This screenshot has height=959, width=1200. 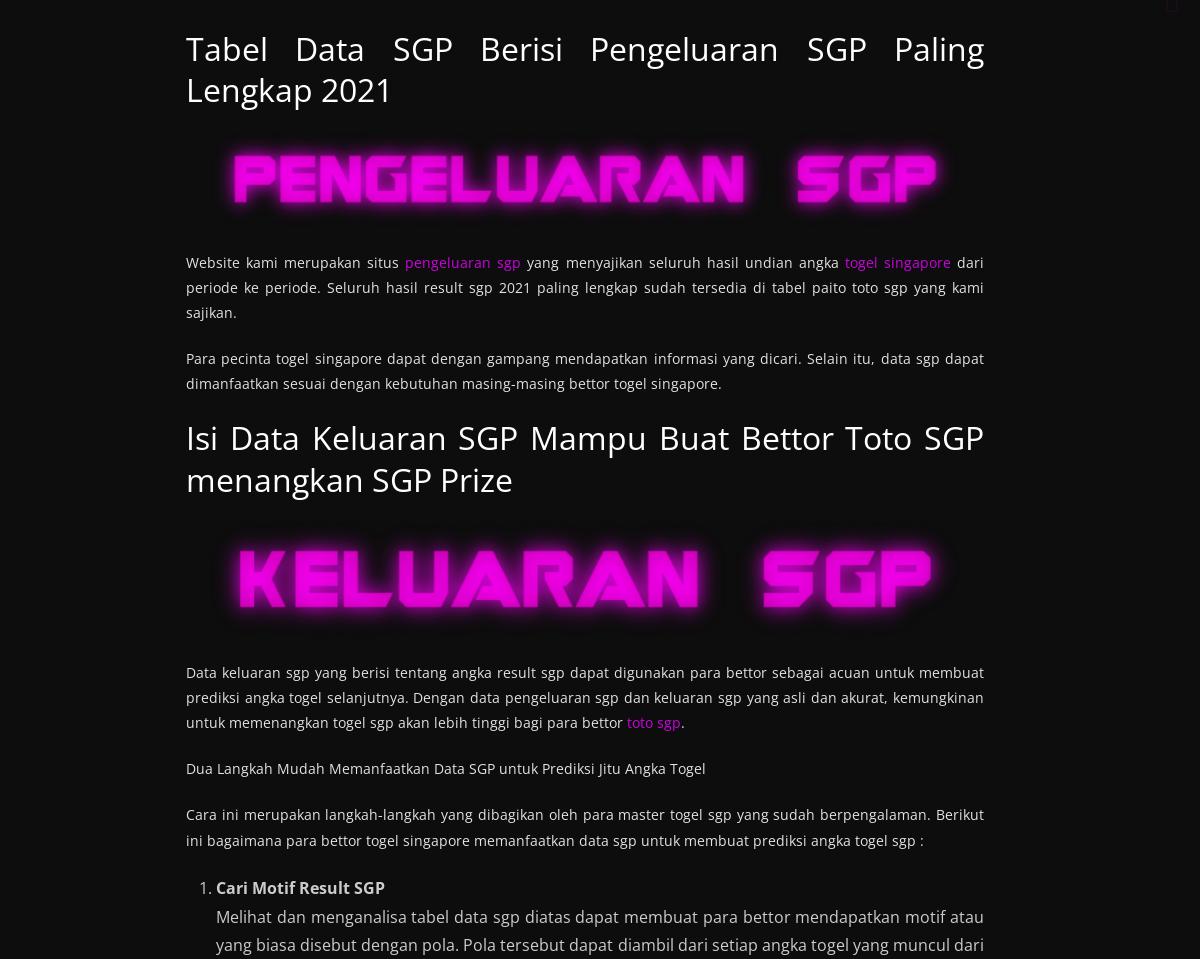 What do you see at coordinates (185, 371) in the screenshot?
I see `'Para pecinta togel singapore dapat dengan gampang mendapatkan informasi yang dicari. Selain itu, data sgp dapat dimanfaatkan sesuai dengan kebutuhan masing-masing bettor togel singapore.'` at bounding box center [185, 371].